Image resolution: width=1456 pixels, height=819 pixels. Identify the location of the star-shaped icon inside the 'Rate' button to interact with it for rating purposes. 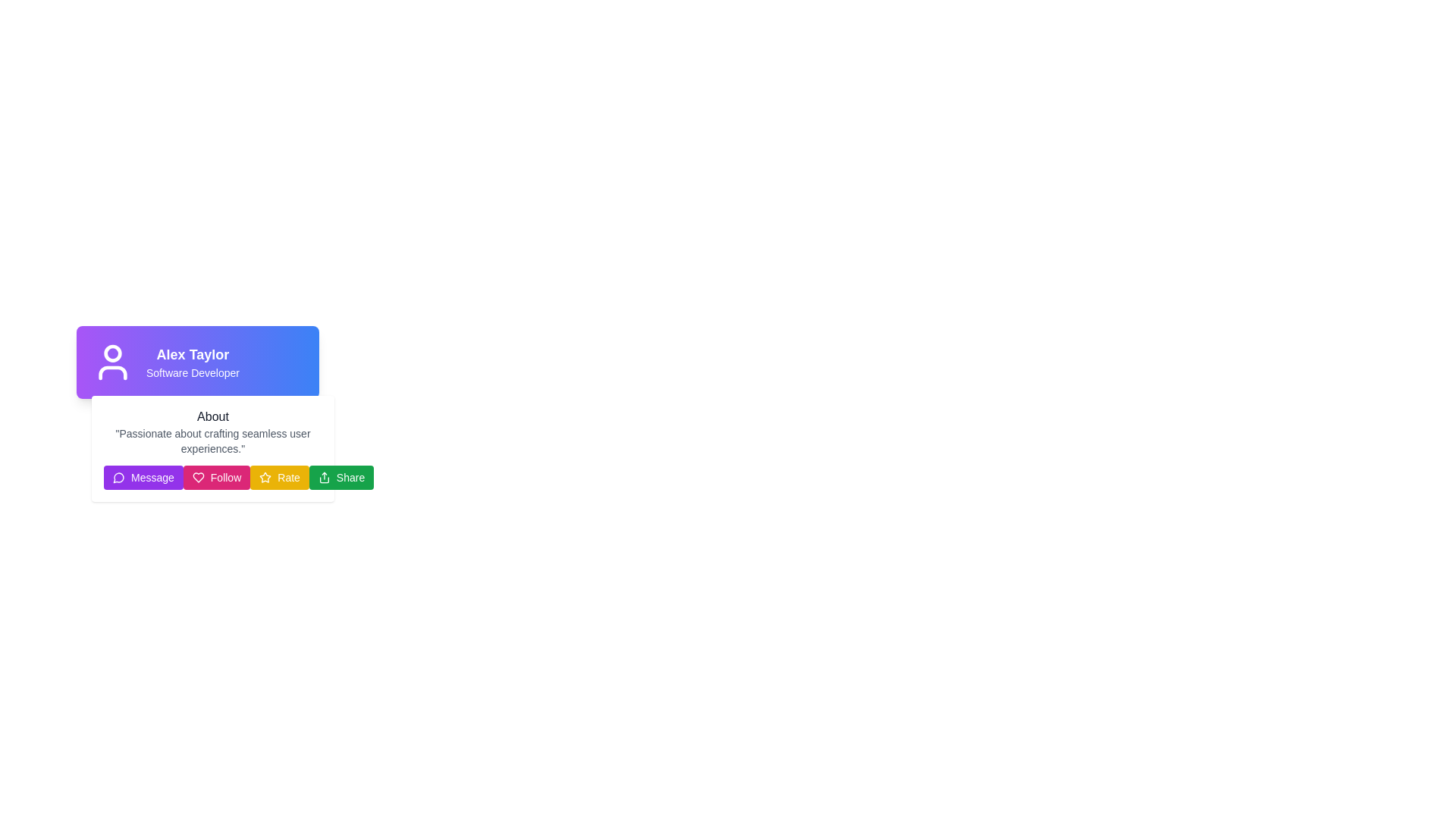
(265, 476).